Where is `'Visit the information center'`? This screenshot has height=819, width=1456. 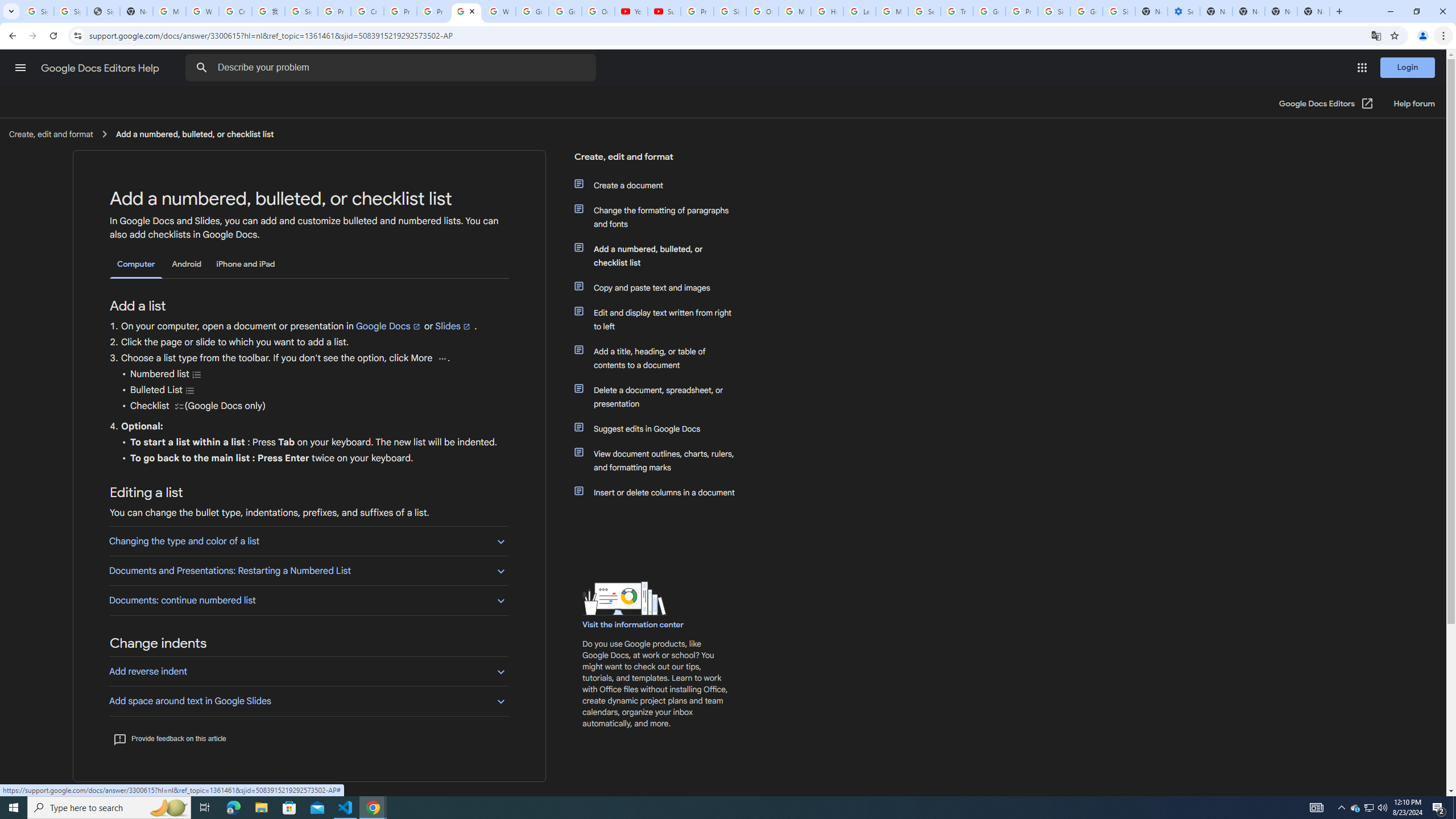 'Visit the information center' is located at coordinates (632, 624).